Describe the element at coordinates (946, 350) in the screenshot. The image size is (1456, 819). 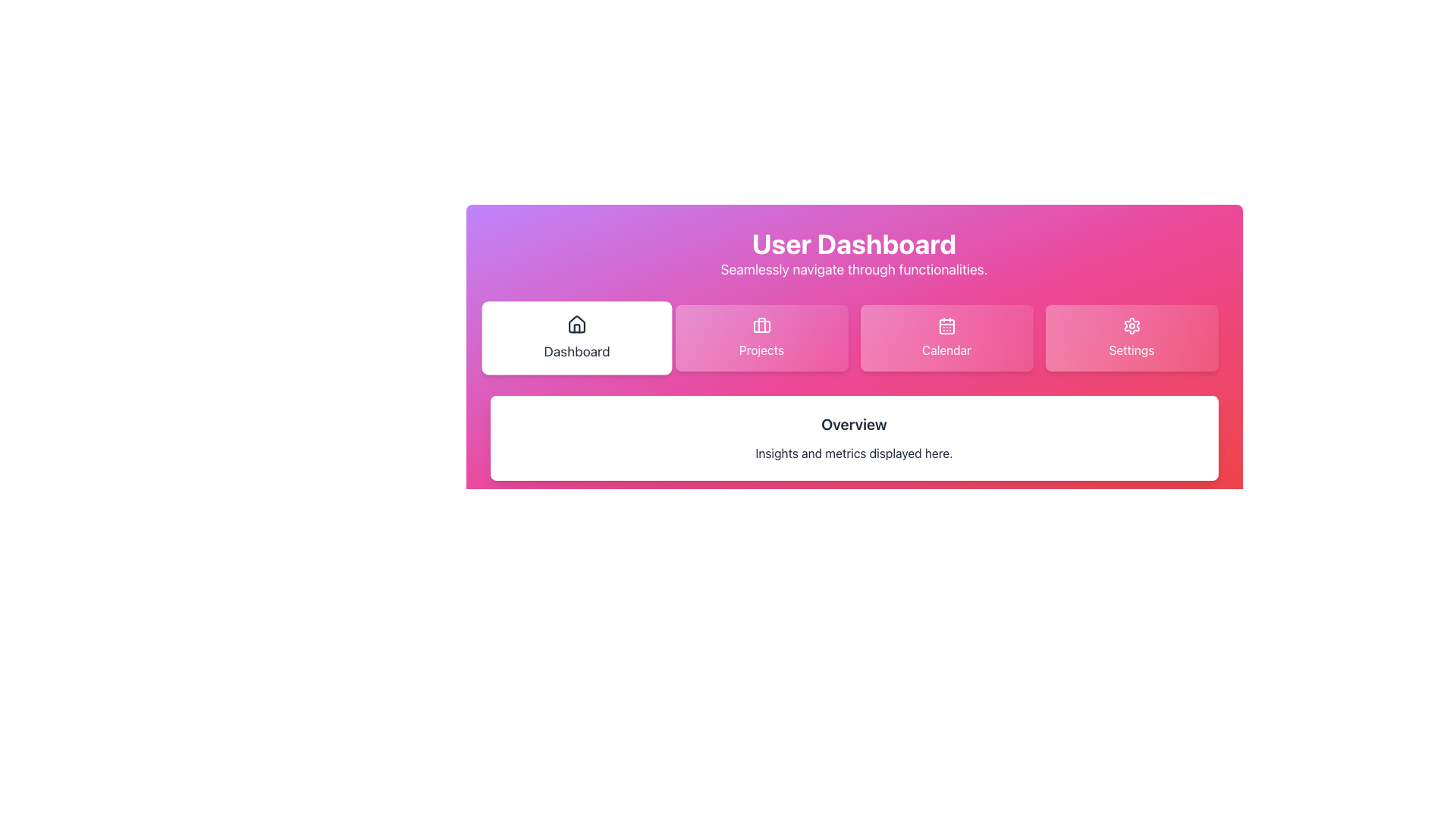
I see `the Text label that serves as the title for the calendar functionality, located at the bottom of the third card from the left in a row of four cards in the User Dashboard interface` at that location.